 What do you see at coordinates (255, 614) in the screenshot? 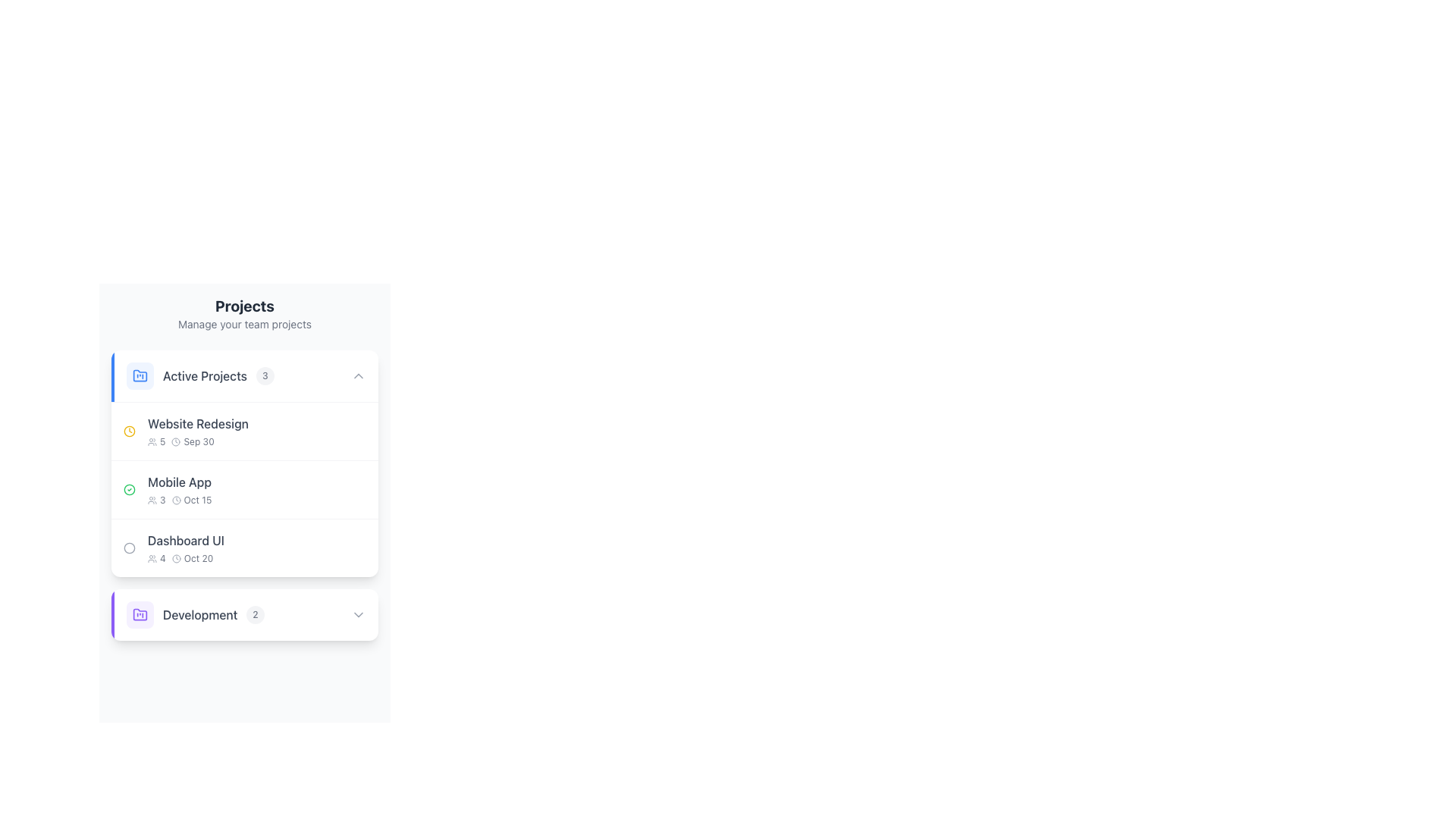
I see `the Badge that indicates a numerical value associated with the 'Development' section, positioned at the far right below the 'Dashboard UI' entry` at bounding box center [255, 614].